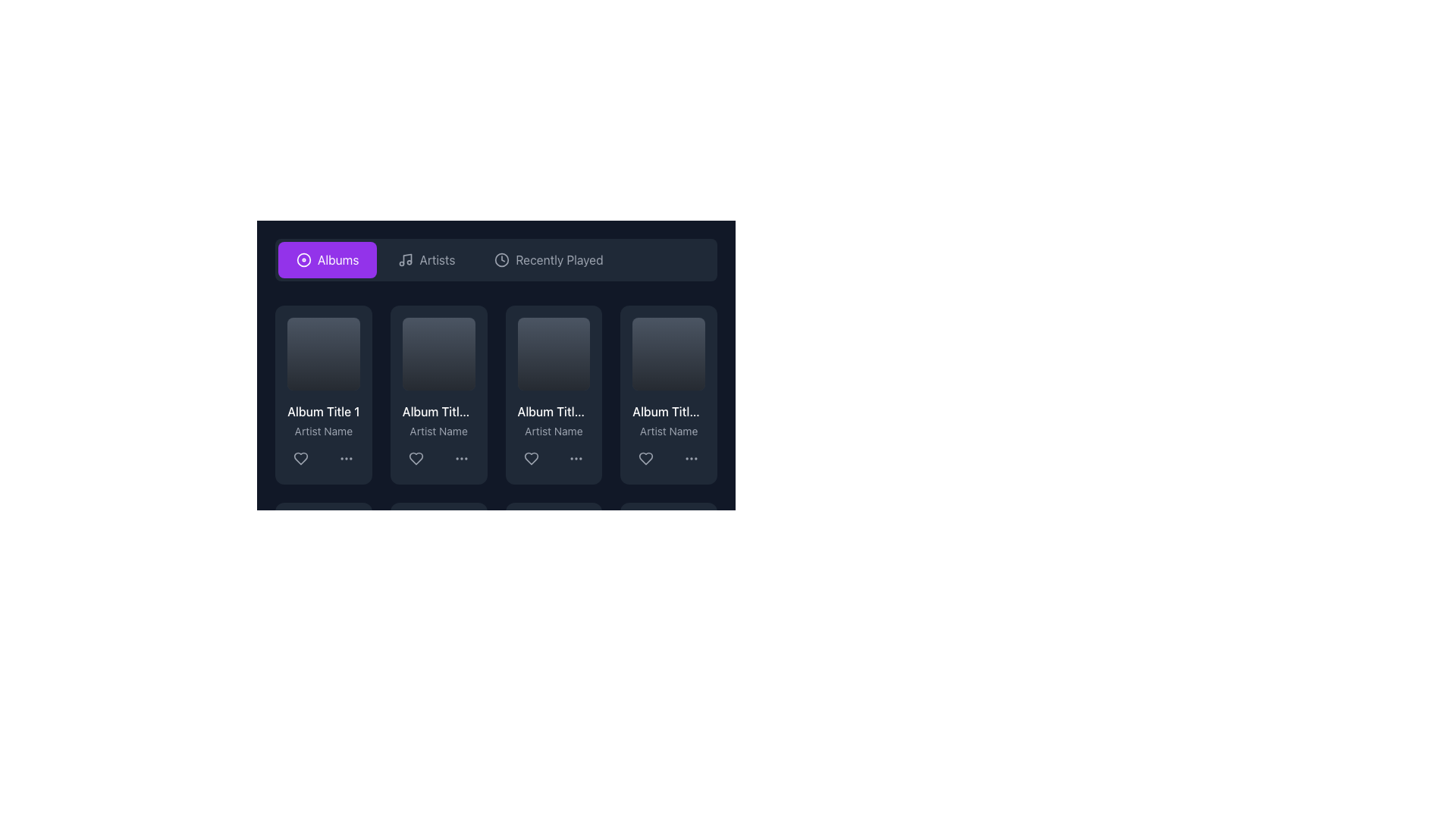 Image resolution: width=1456 pixels, height=819 pixels. I want to click on the static text element displaying the artist's name for 'Album Title 2', located below the album title and above the interactive buttons, so click(438, 431).